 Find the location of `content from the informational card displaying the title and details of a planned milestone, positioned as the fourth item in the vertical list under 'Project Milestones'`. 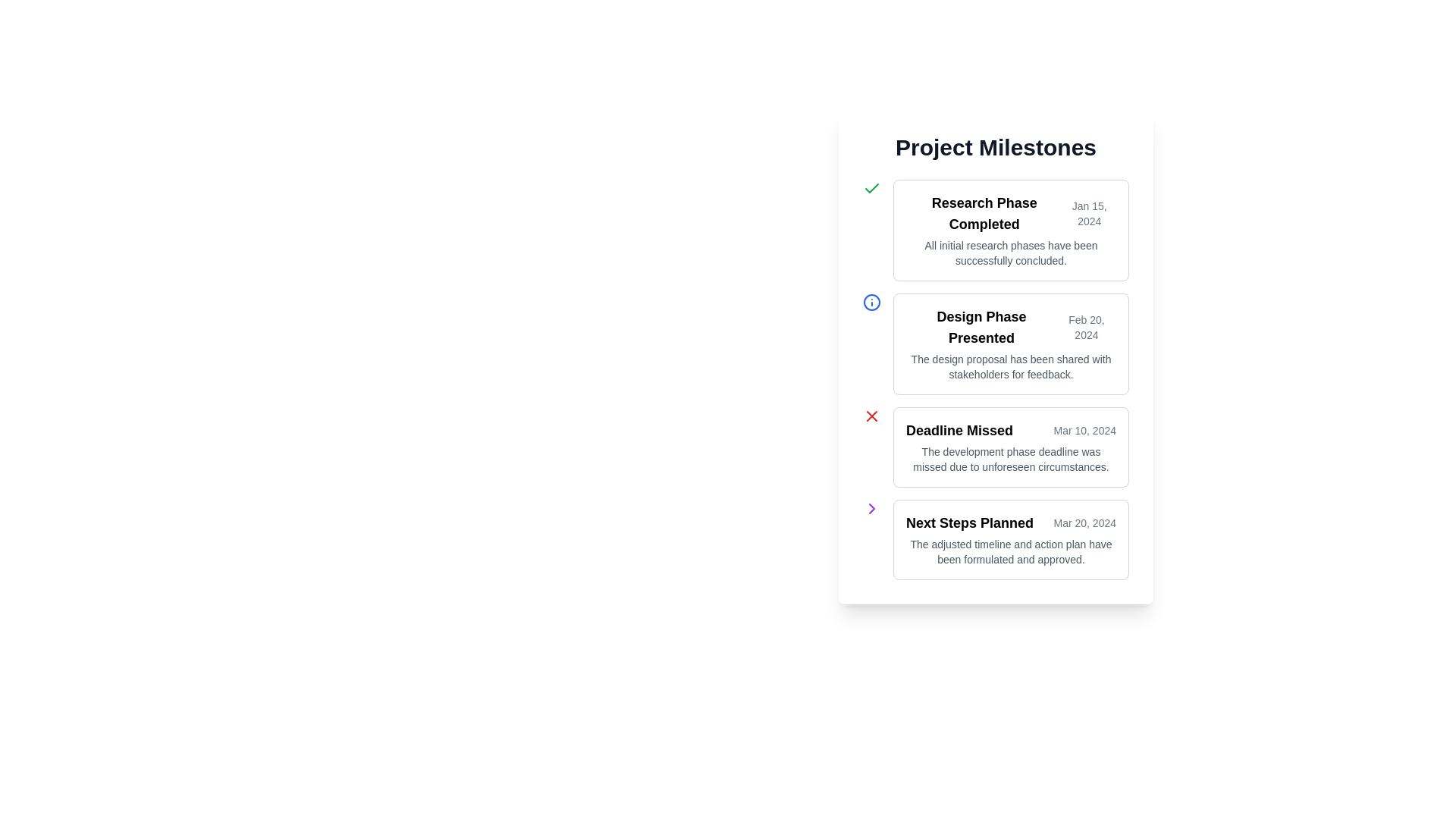

content from the informational card displaying the title and details of a planned milestone, positioned as the fourth item in the vertical list under 'Project Milestones' is located at coordinates (1011, 539).